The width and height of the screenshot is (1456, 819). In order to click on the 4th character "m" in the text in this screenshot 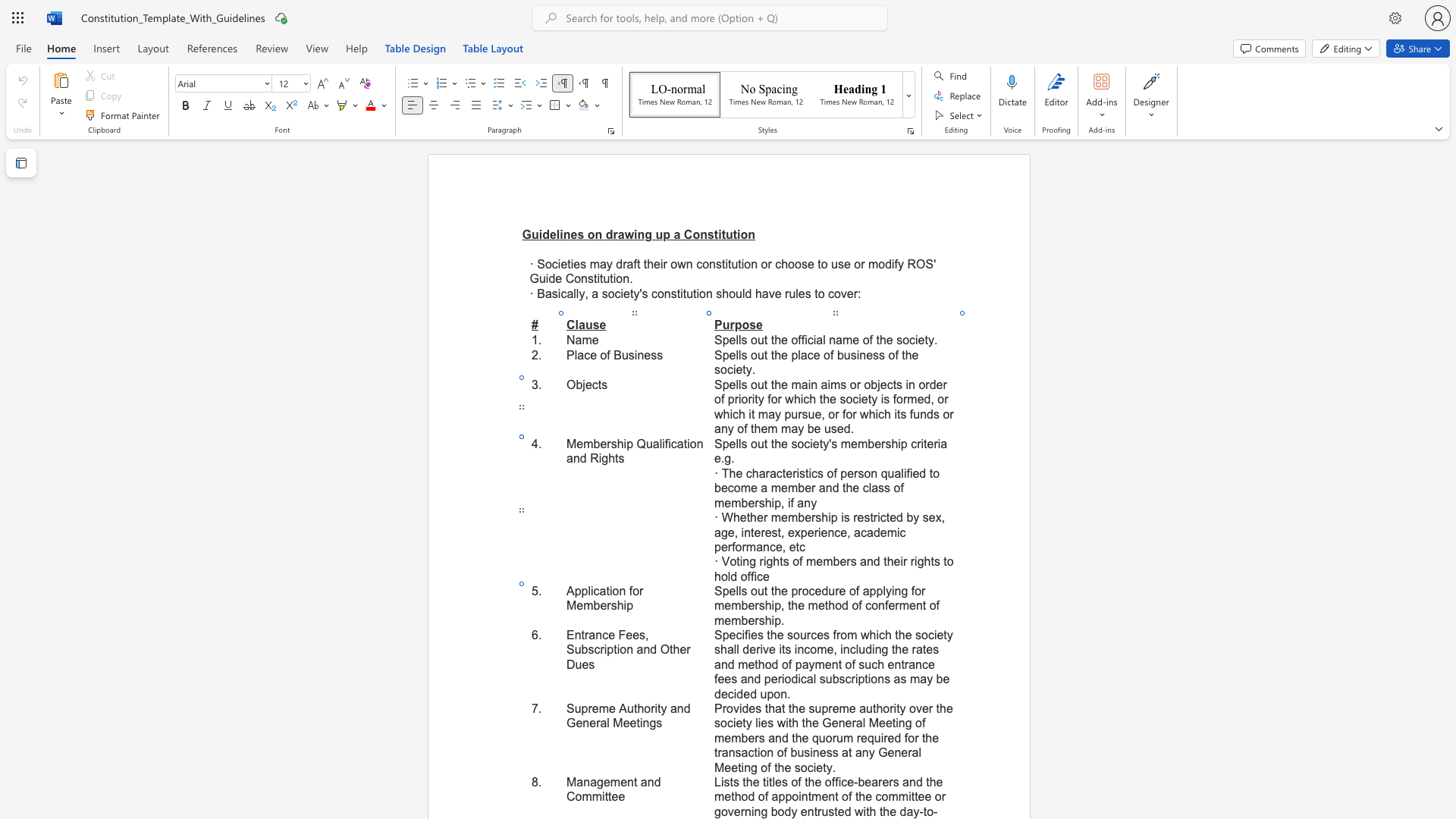, I will do `click(904, 604)`.